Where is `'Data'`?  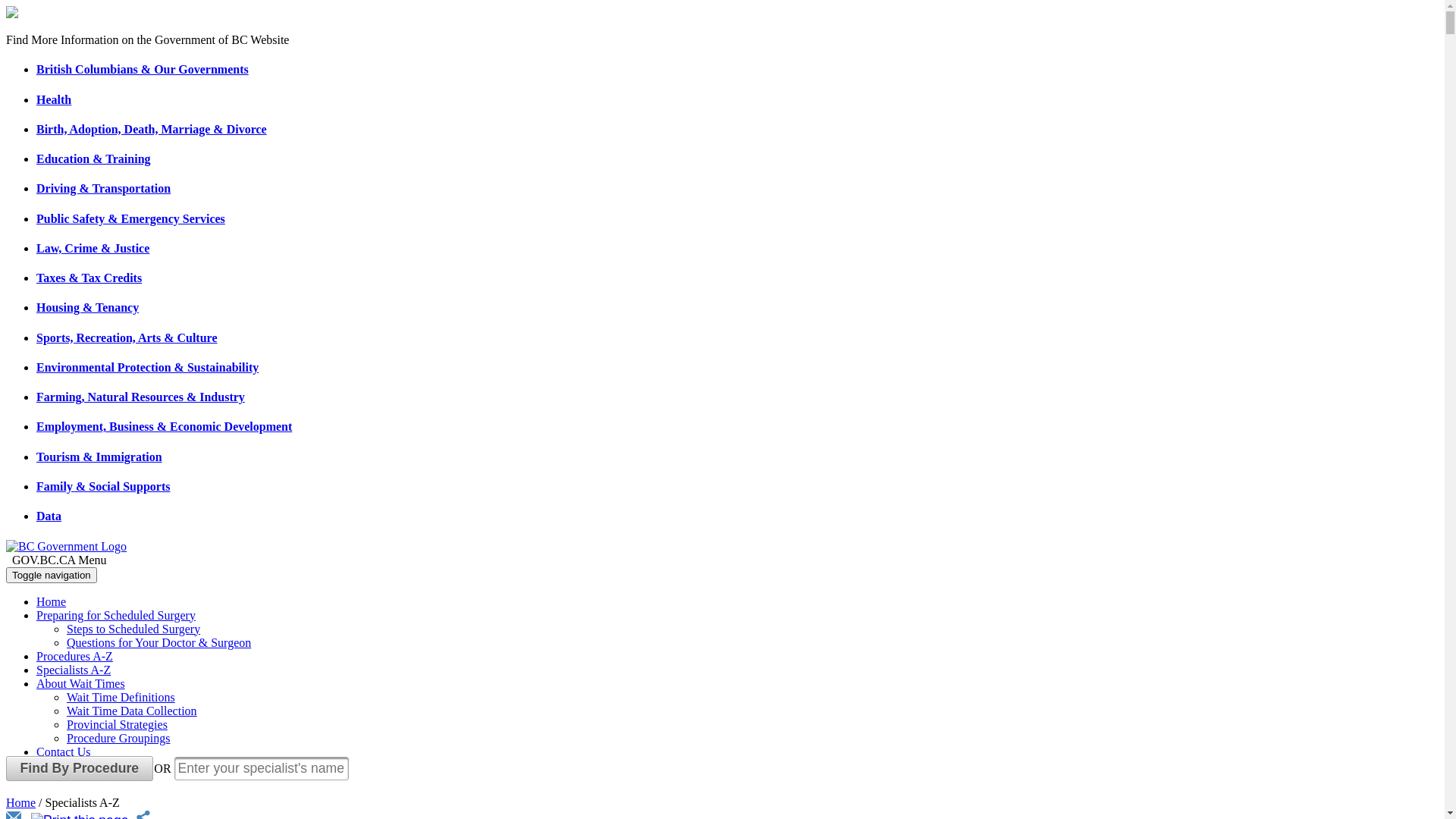 'Data' is located at coordinates (49, 515).